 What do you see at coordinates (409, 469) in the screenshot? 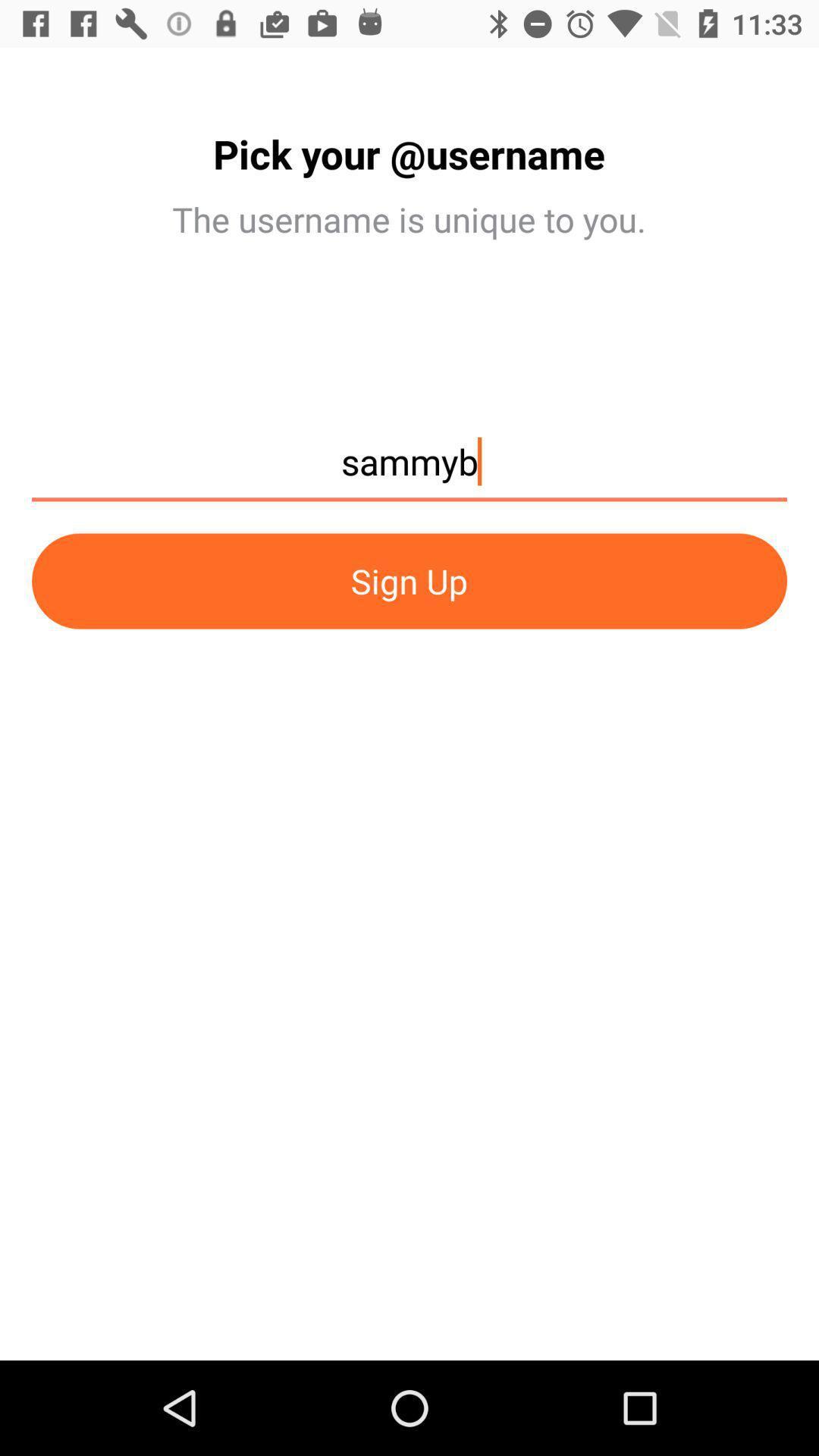
I see `sammyb` at bounding box center [409, 469].